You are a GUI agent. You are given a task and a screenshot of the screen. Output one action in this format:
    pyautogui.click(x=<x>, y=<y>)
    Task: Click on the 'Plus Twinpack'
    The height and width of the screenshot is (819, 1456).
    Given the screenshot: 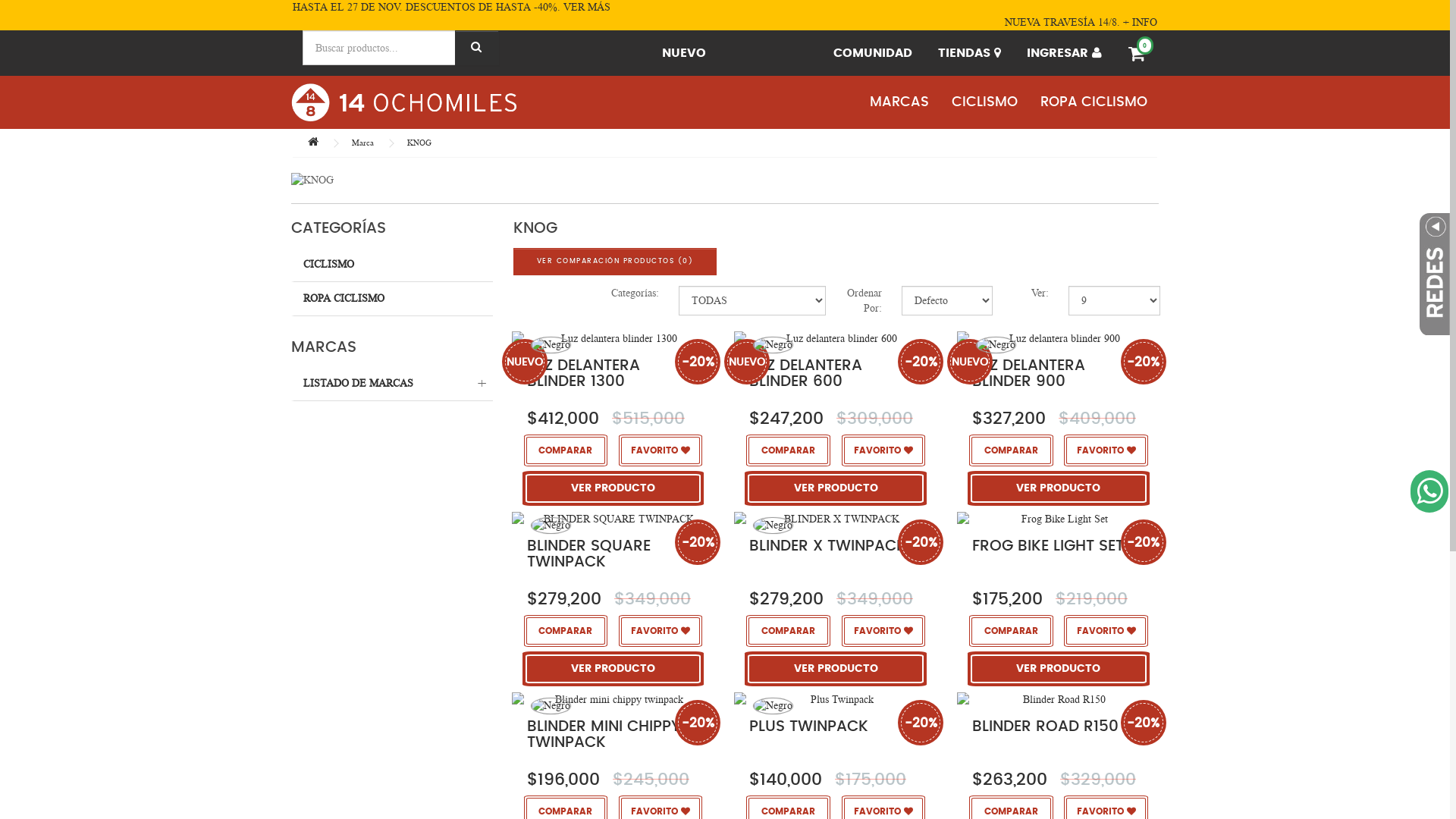 What is the action you would take?
    pyautogui.click(x=834, y=698)
    